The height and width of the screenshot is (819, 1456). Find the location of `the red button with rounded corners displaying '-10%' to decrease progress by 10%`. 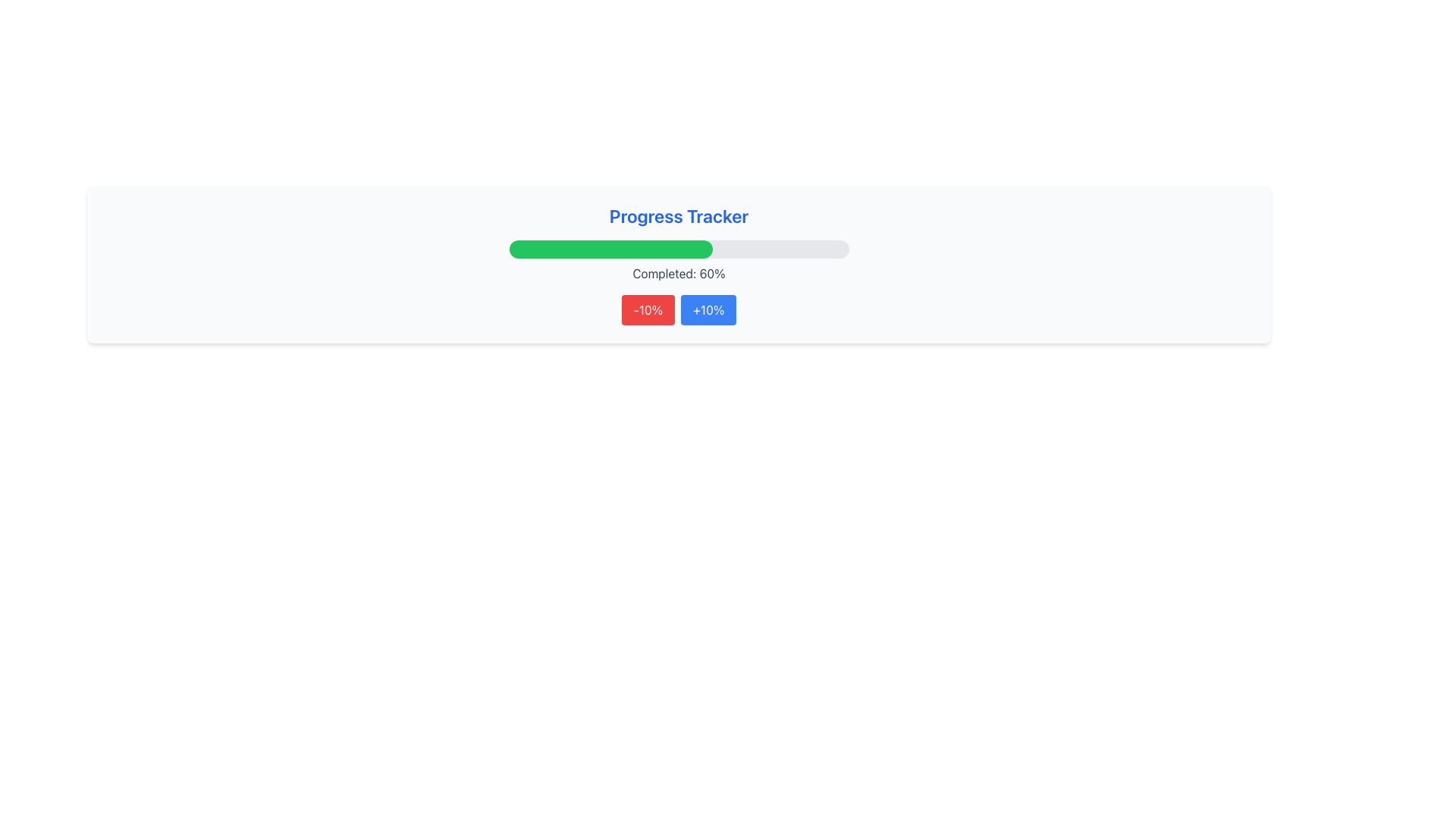

the red button with rounded corners displaying '-10%' to decrease progress by 10% is located at coordinates (648, 309).